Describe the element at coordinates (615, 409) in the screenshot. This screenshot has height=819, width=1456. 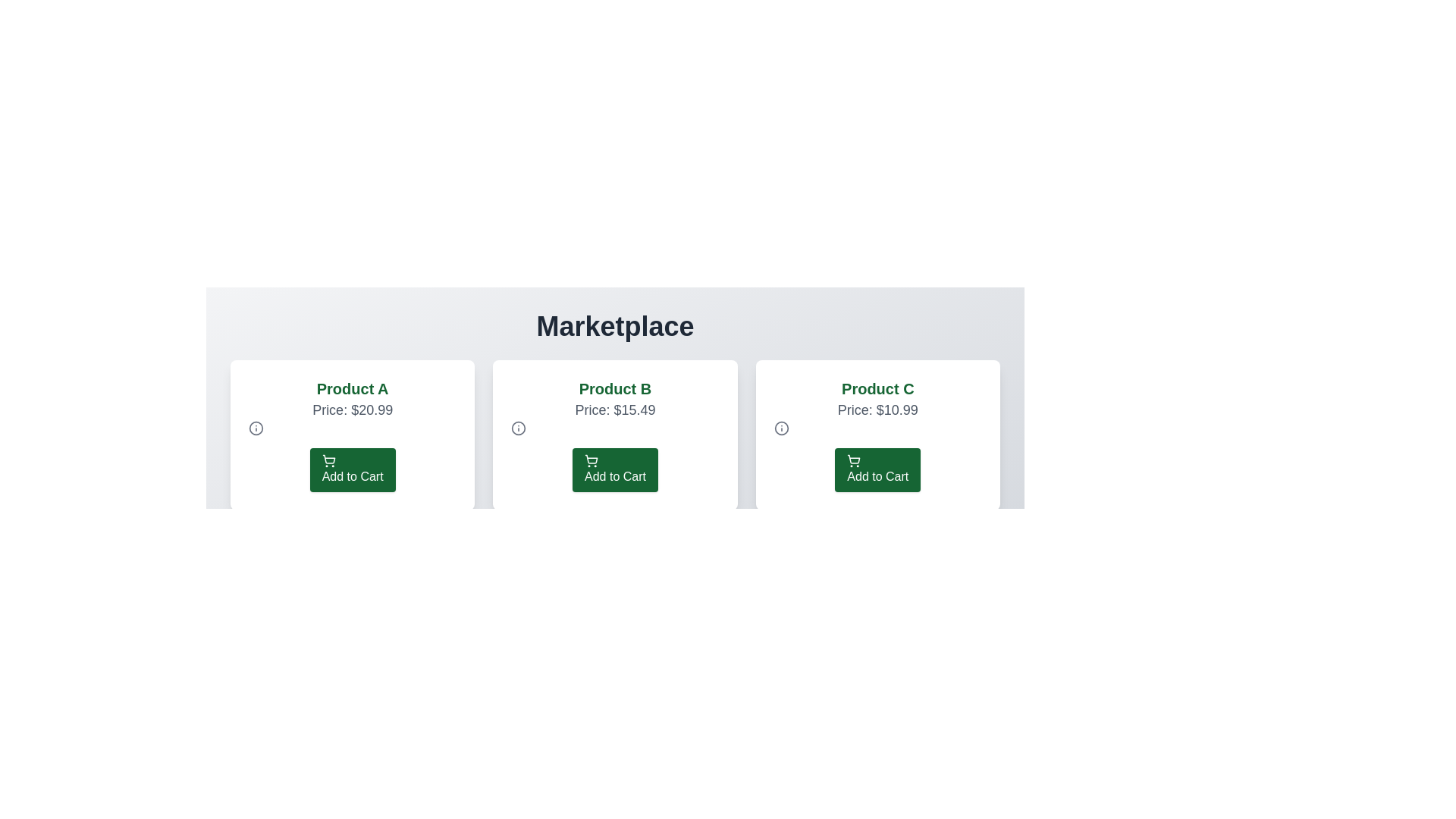
I see `the text label displaying 'Price: $15.49' that is located under the 'Product B' section` at that location.